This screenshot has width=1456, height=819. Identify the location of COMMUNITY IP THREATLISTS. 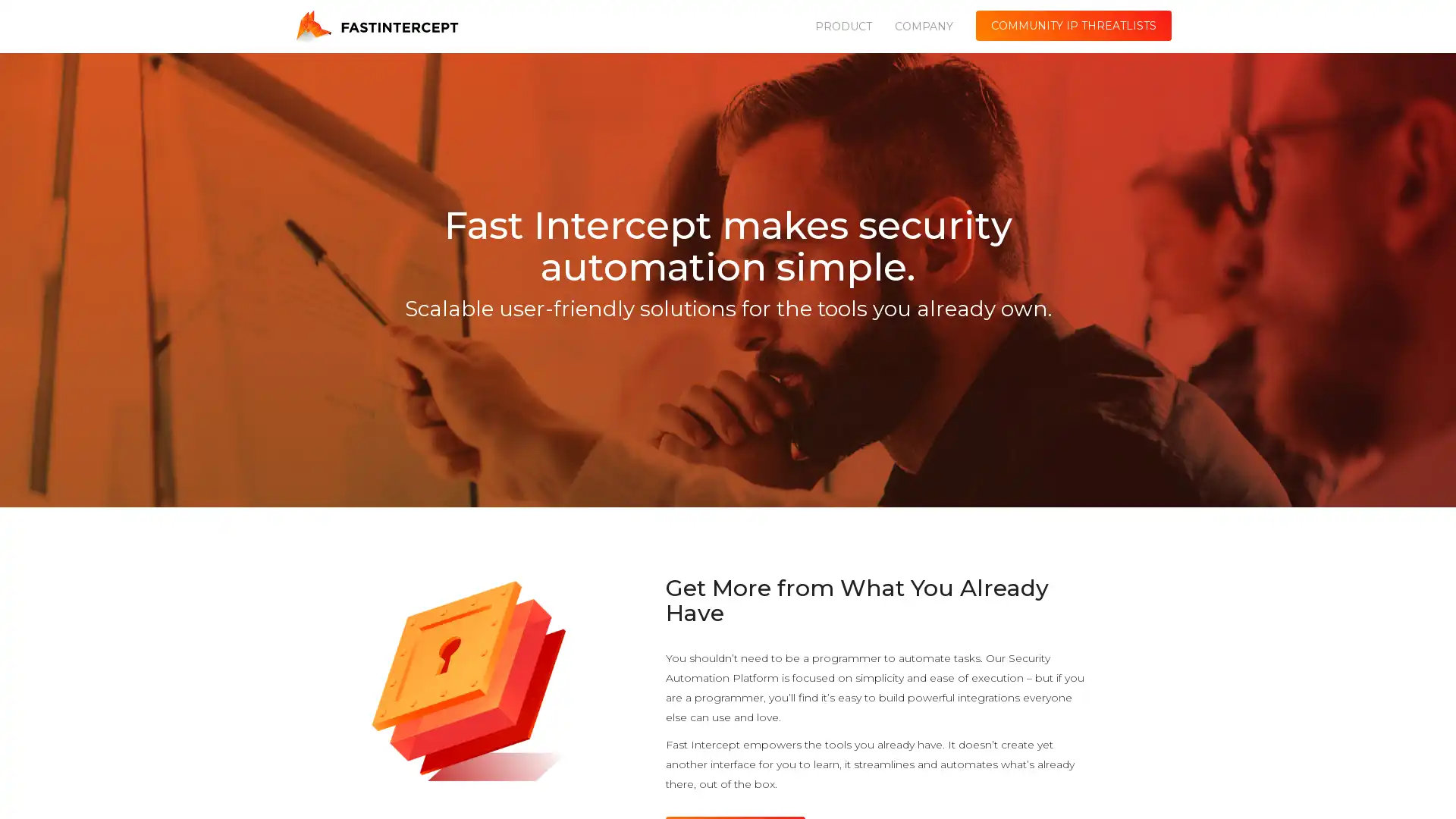
(1073, 26).